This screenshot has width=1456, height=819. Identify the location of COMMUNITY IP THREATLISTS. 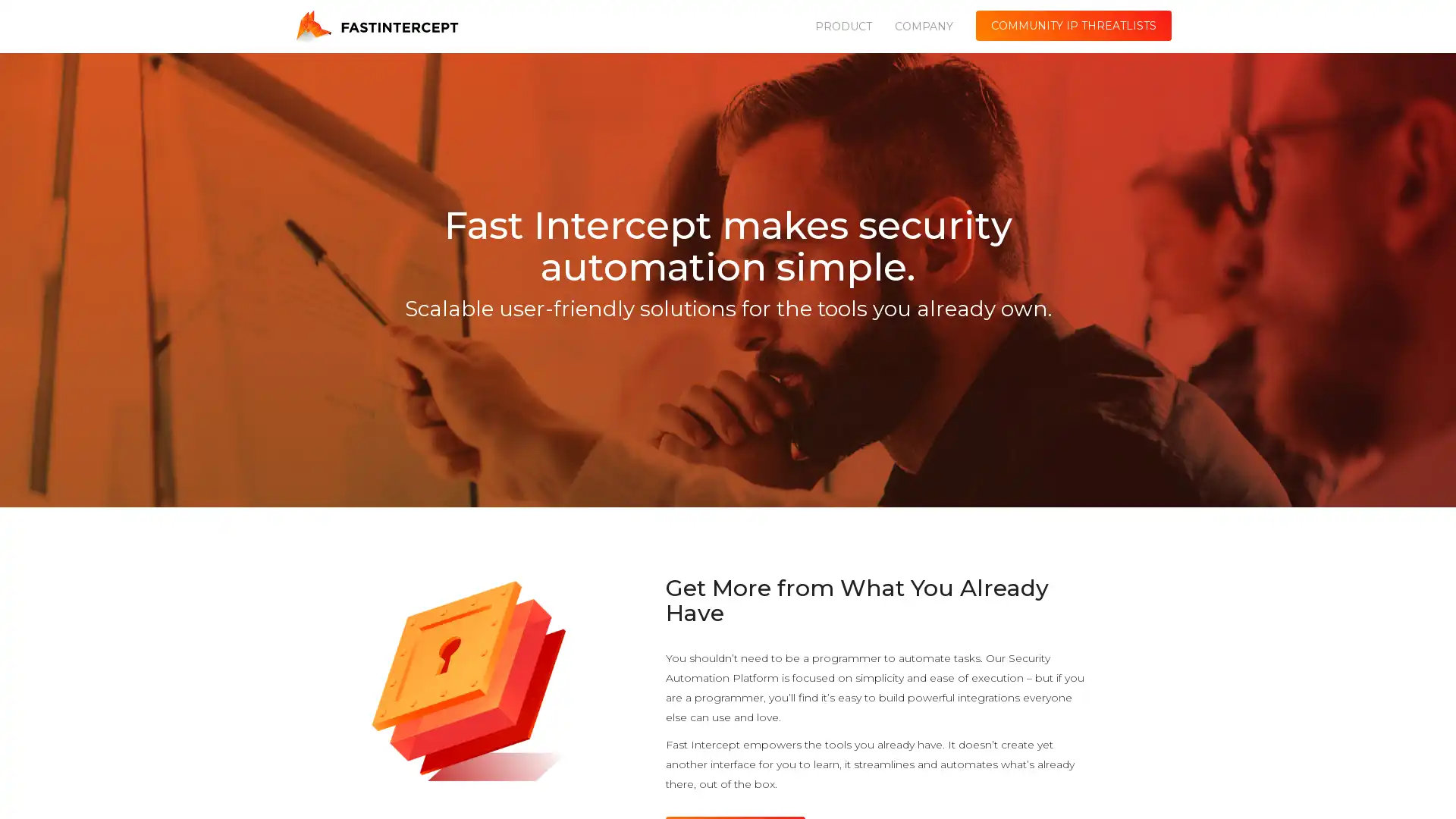
(1073, 26).